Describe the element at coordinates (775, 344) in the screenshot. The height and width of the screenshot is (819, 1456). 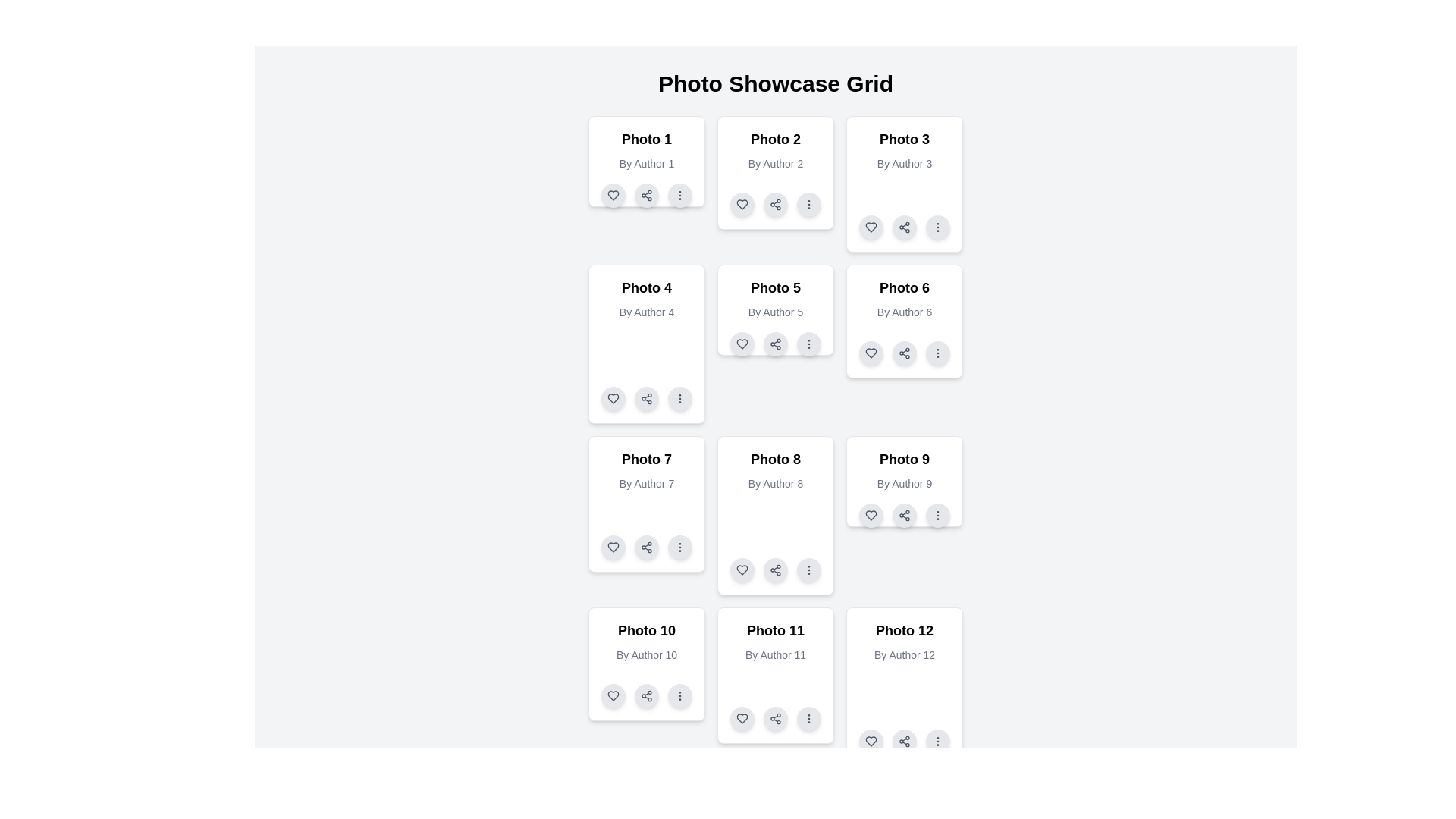
I see `the share symbol icon located in the bottom section of the 'Photo 5' card` at that location.